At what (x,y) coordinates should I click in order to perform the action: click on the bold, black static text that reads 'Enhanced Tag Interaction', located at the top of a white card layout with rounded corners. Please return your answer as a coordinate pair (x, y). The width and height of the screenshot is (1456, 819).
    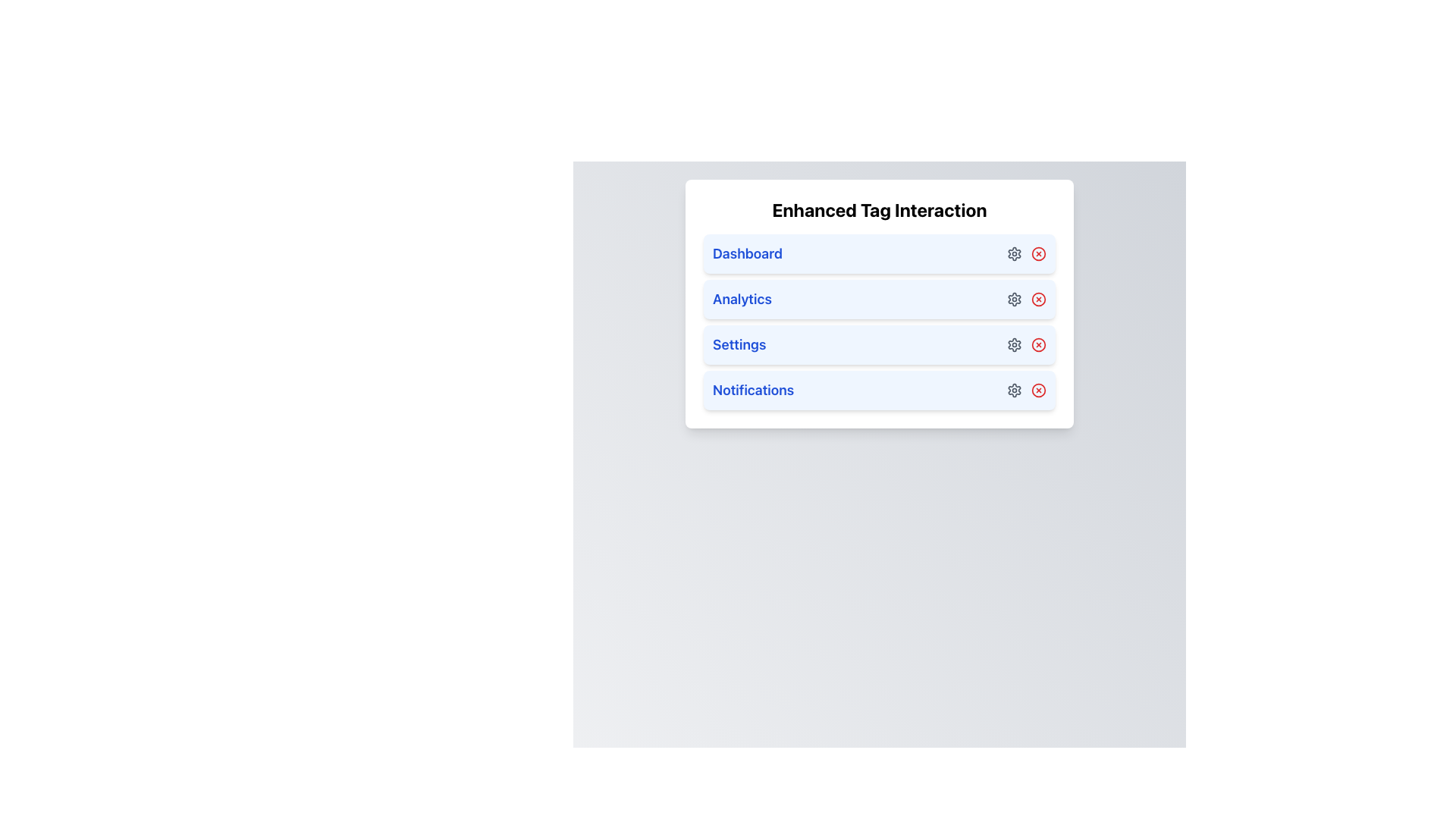
    Looking at the image, I should click on (880, 210).